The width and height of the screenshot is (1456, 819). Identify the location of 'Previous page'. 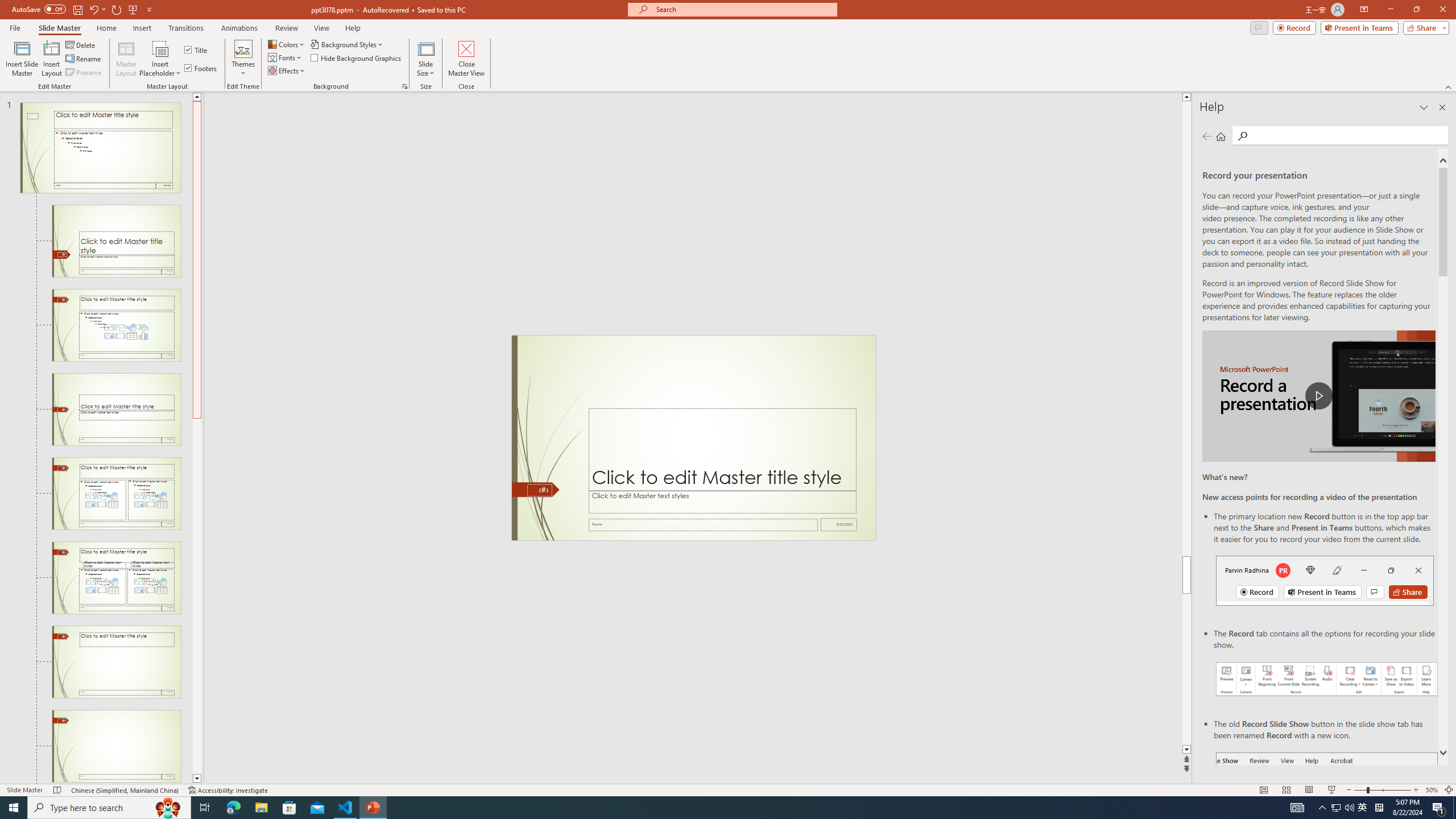
(1206, 135).